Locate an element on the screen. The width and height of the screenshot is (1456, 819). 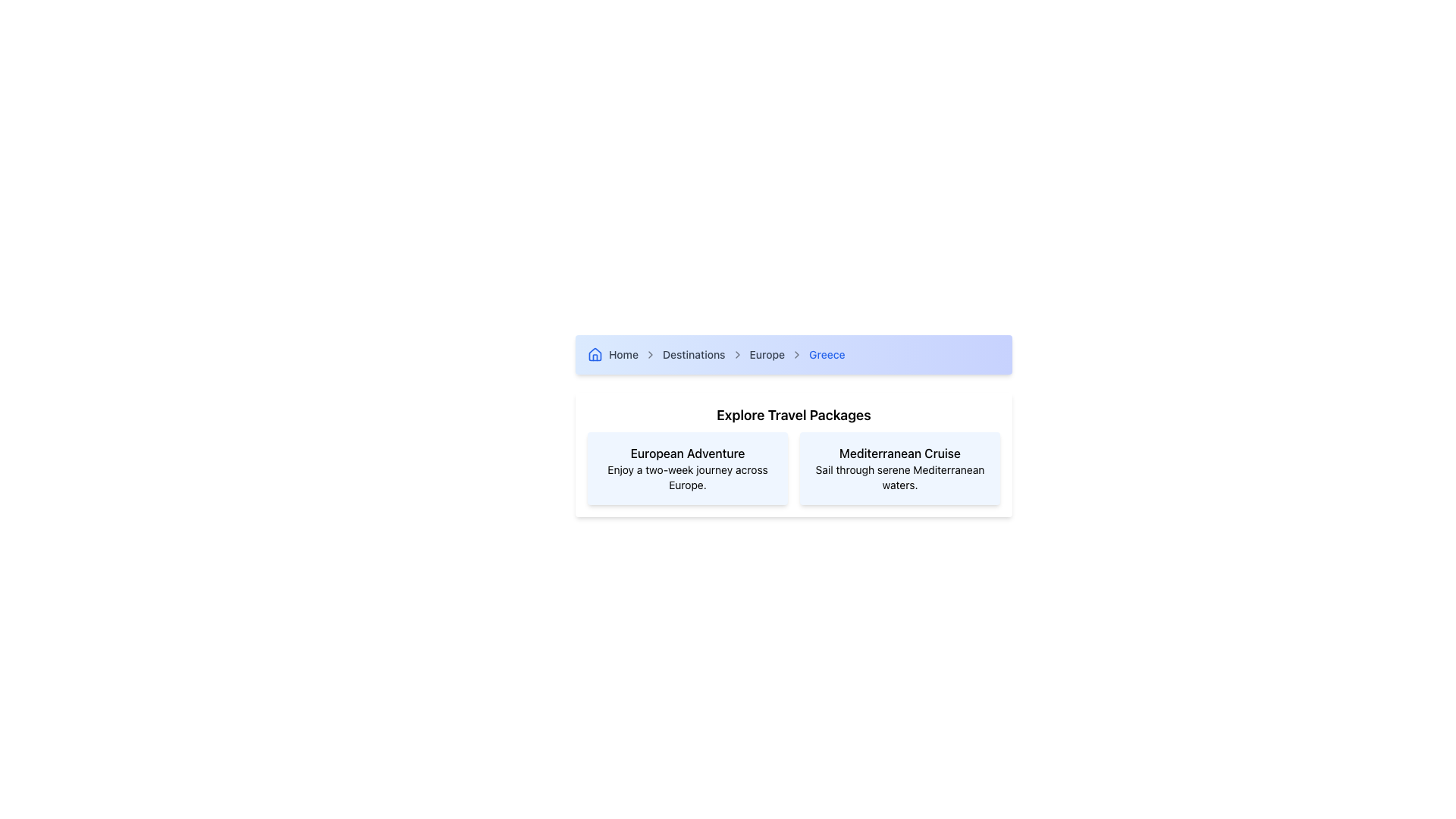
the 'Home' icon located at the top-center of the interface is located at coordinates (595, 354).